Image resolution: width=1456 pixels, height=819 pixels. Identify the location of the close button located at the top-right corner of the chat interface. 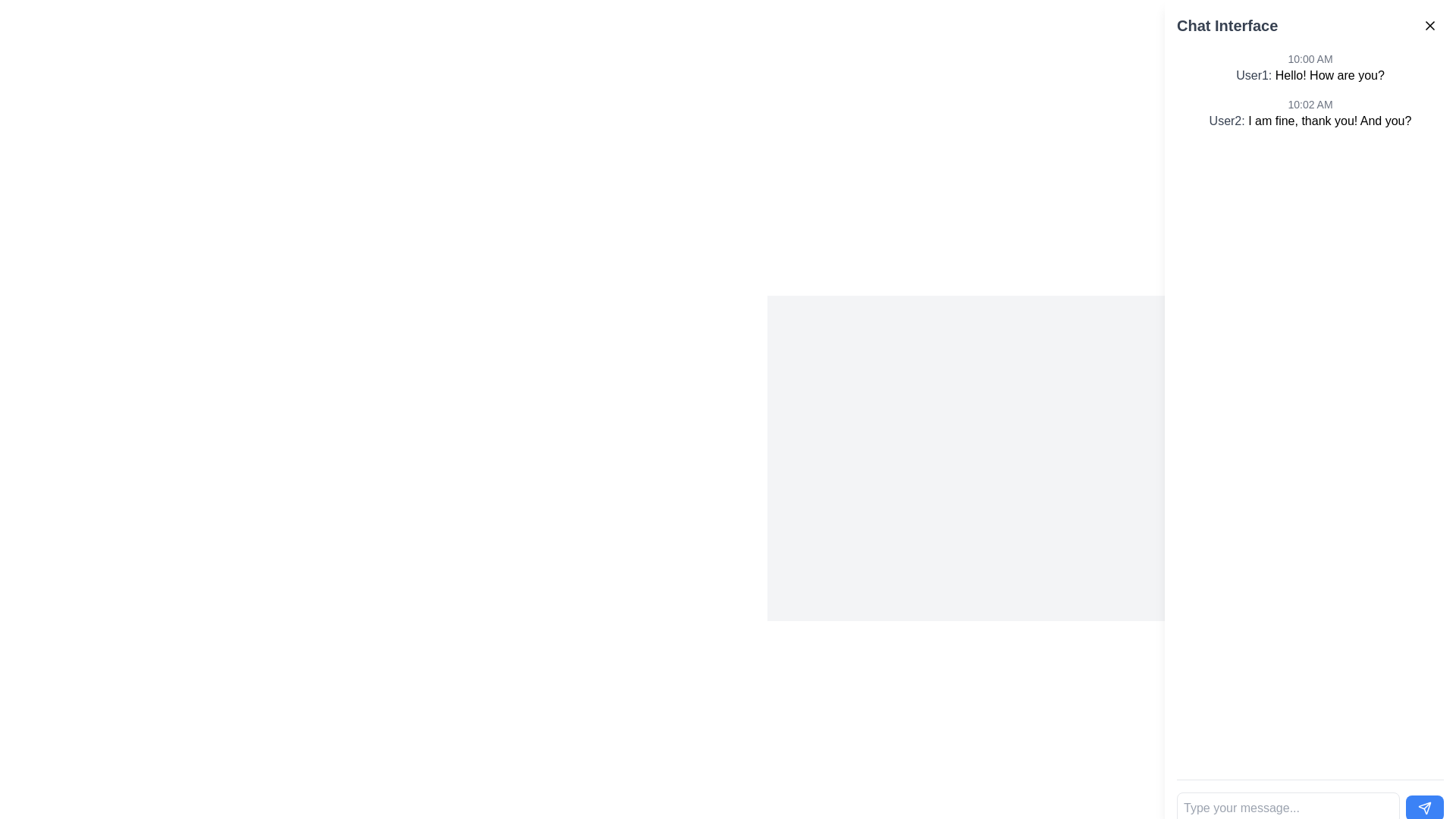
(1429, 26).